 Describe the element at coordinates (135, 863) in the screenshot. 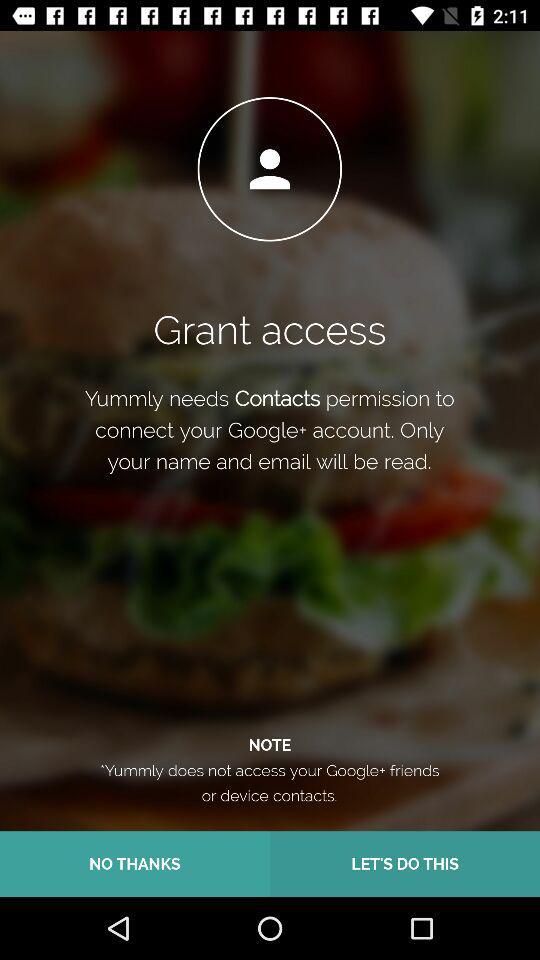

I see `the icon at the bottom left corner` at that location.